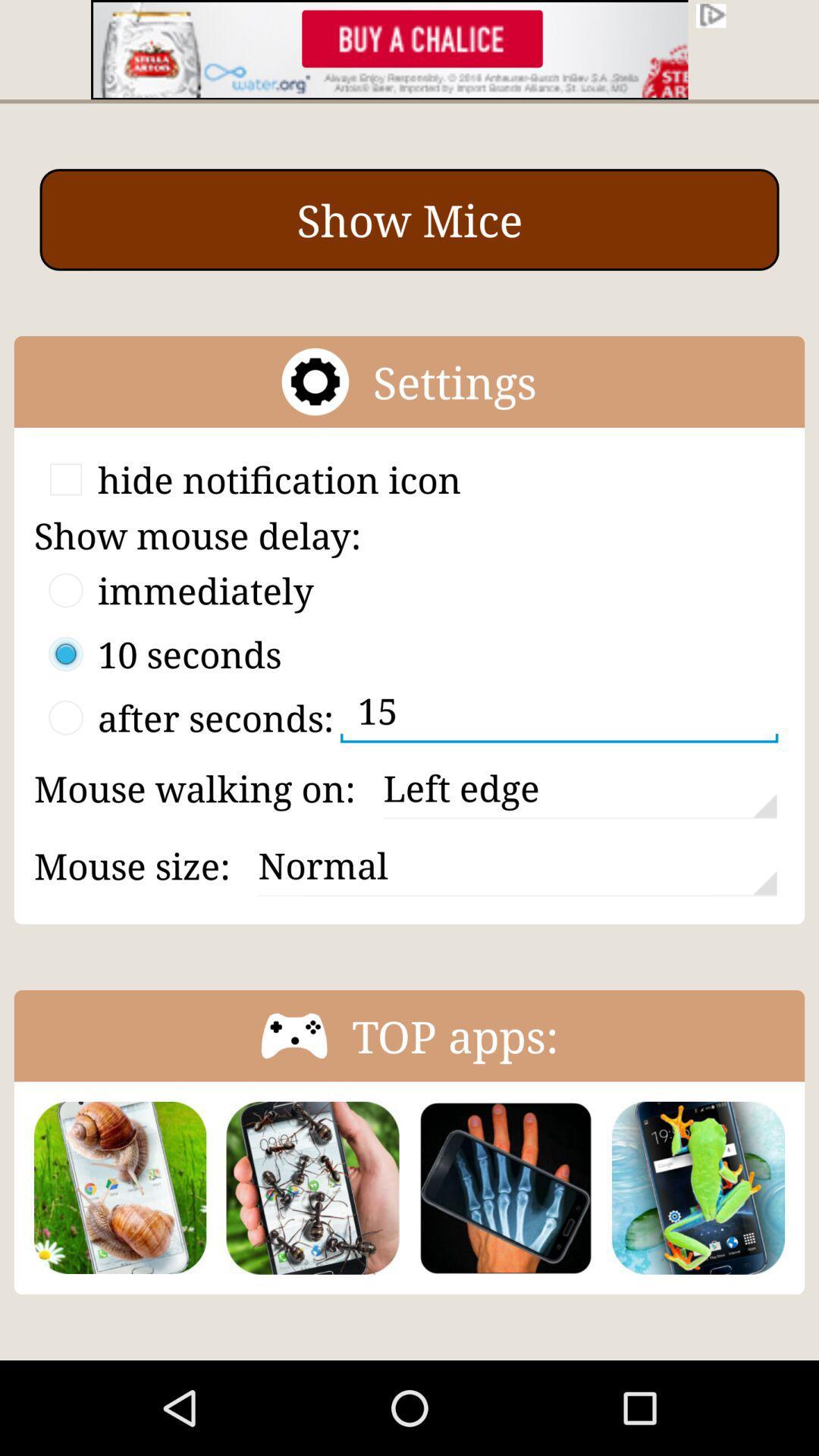  I want to click on mobile app, so click(505, 1187).